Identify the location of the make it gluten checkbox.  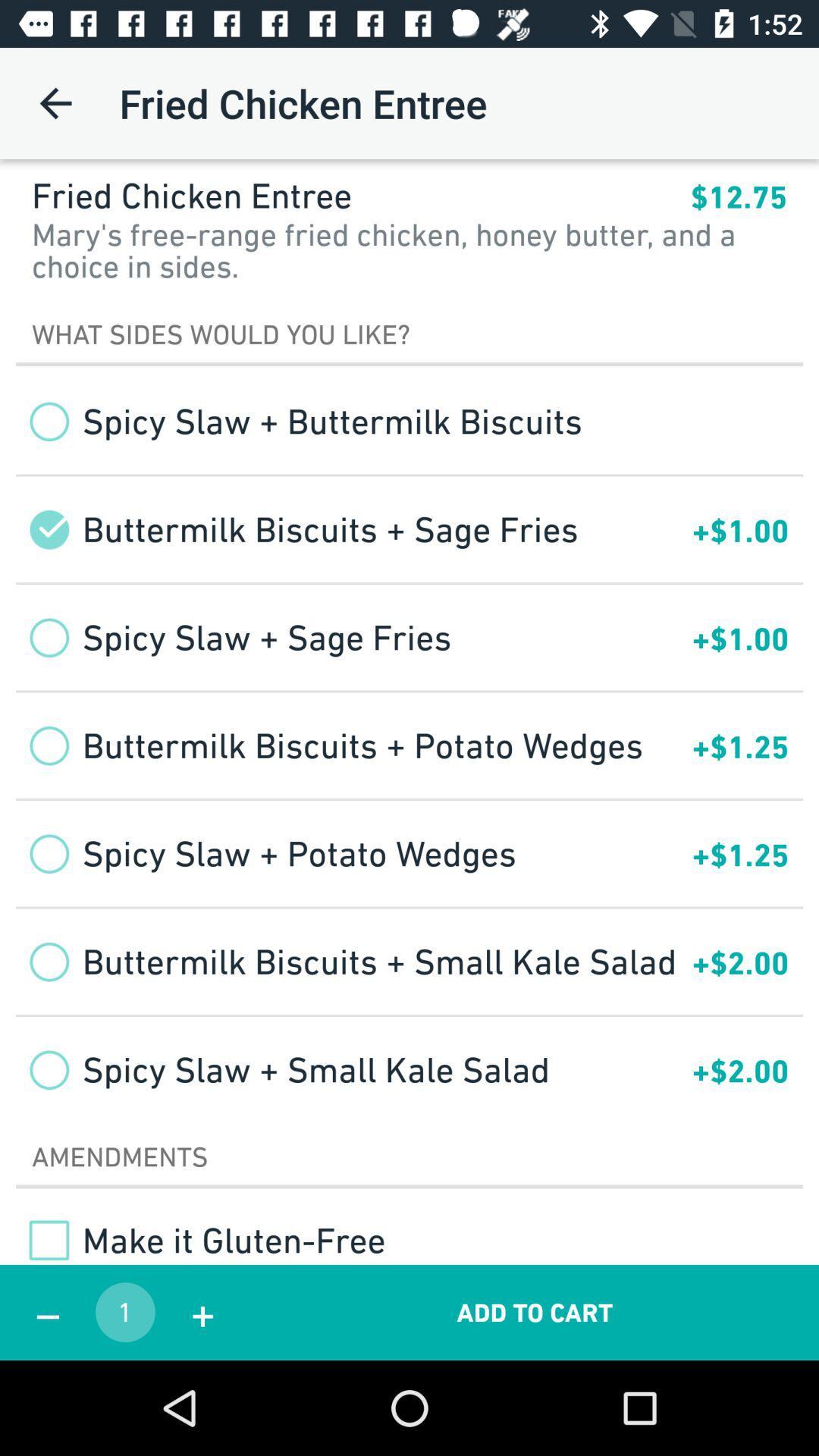
(199, 1240).